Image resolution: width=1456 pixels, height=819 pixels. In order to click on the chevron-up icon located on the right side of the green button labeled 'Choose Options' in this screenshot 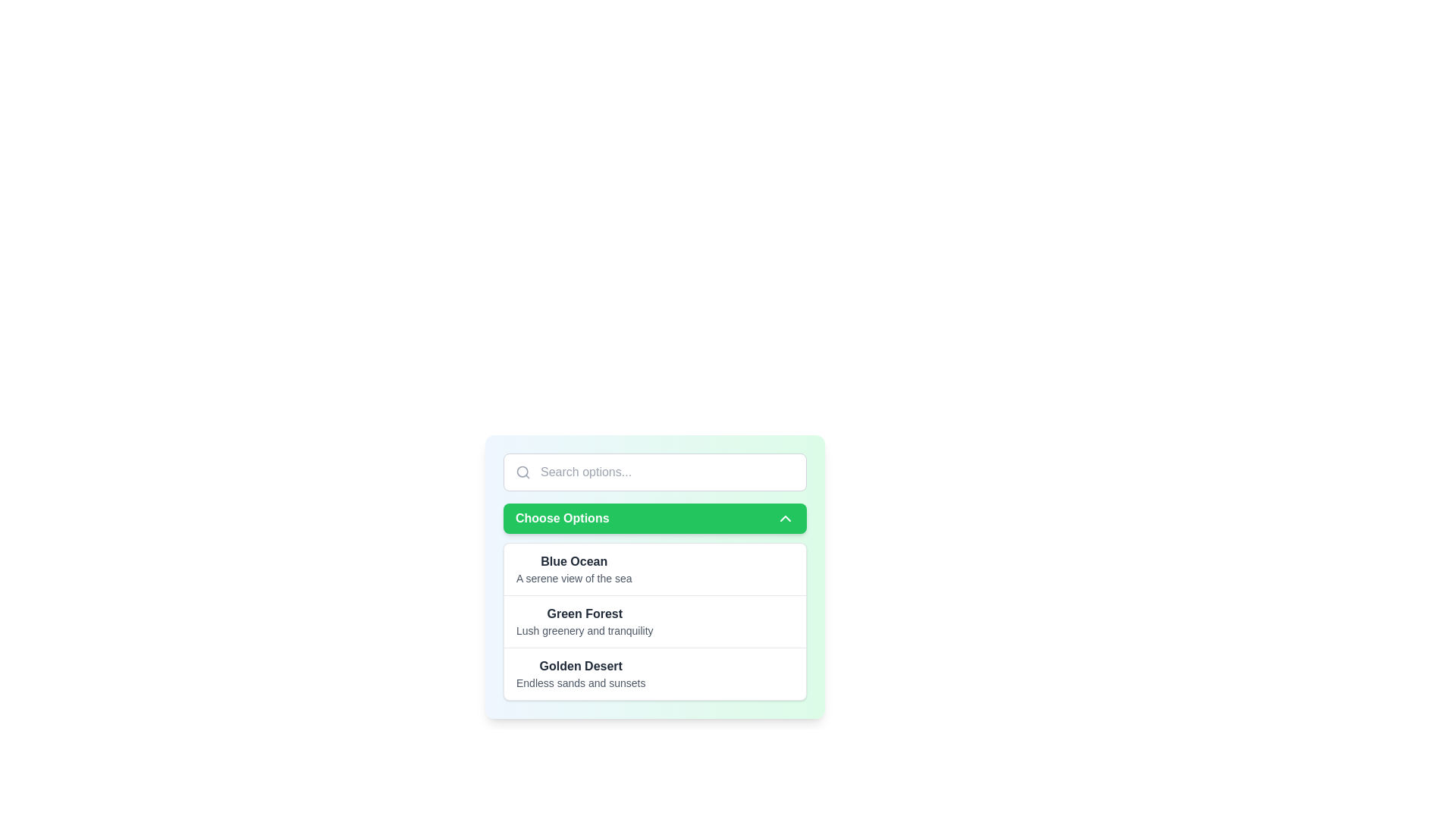, I will do `click(786, 517)`.